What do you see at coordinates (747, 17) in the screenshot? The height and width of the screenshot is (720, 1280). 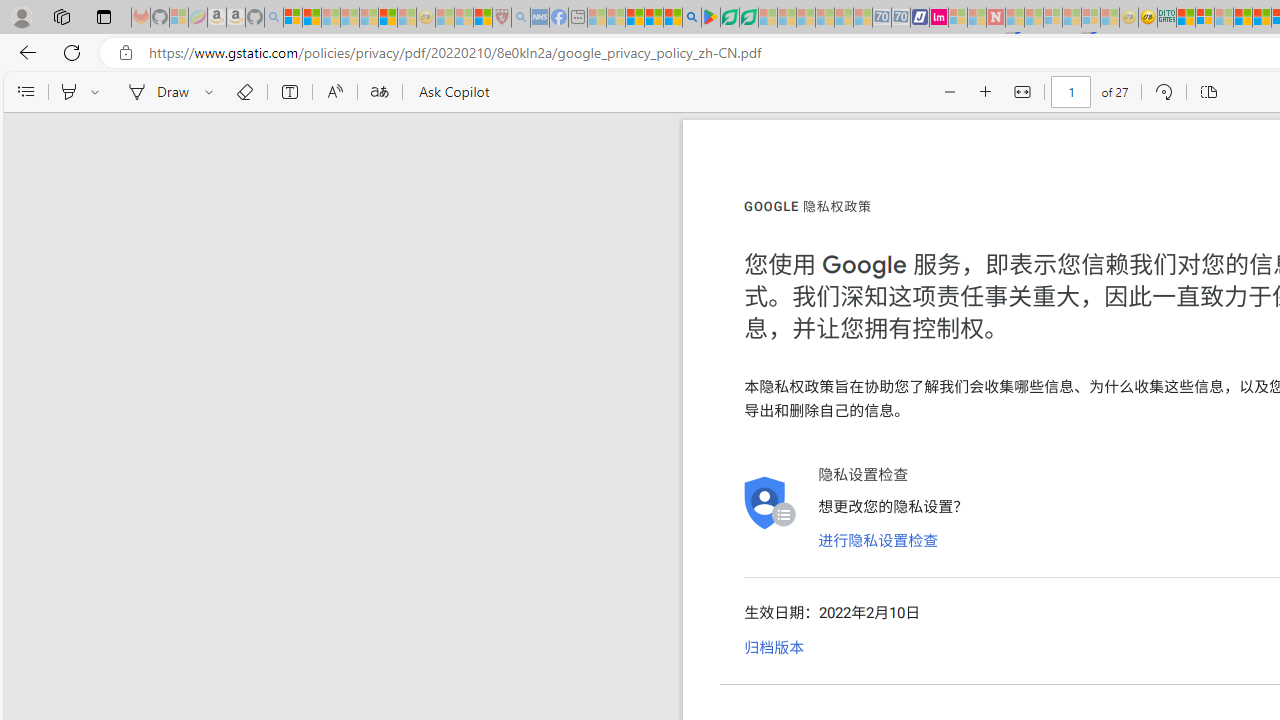 I see `'Microsoft Word - consumer-privacy address update 2.2021'` at bounding box center [747, 17].